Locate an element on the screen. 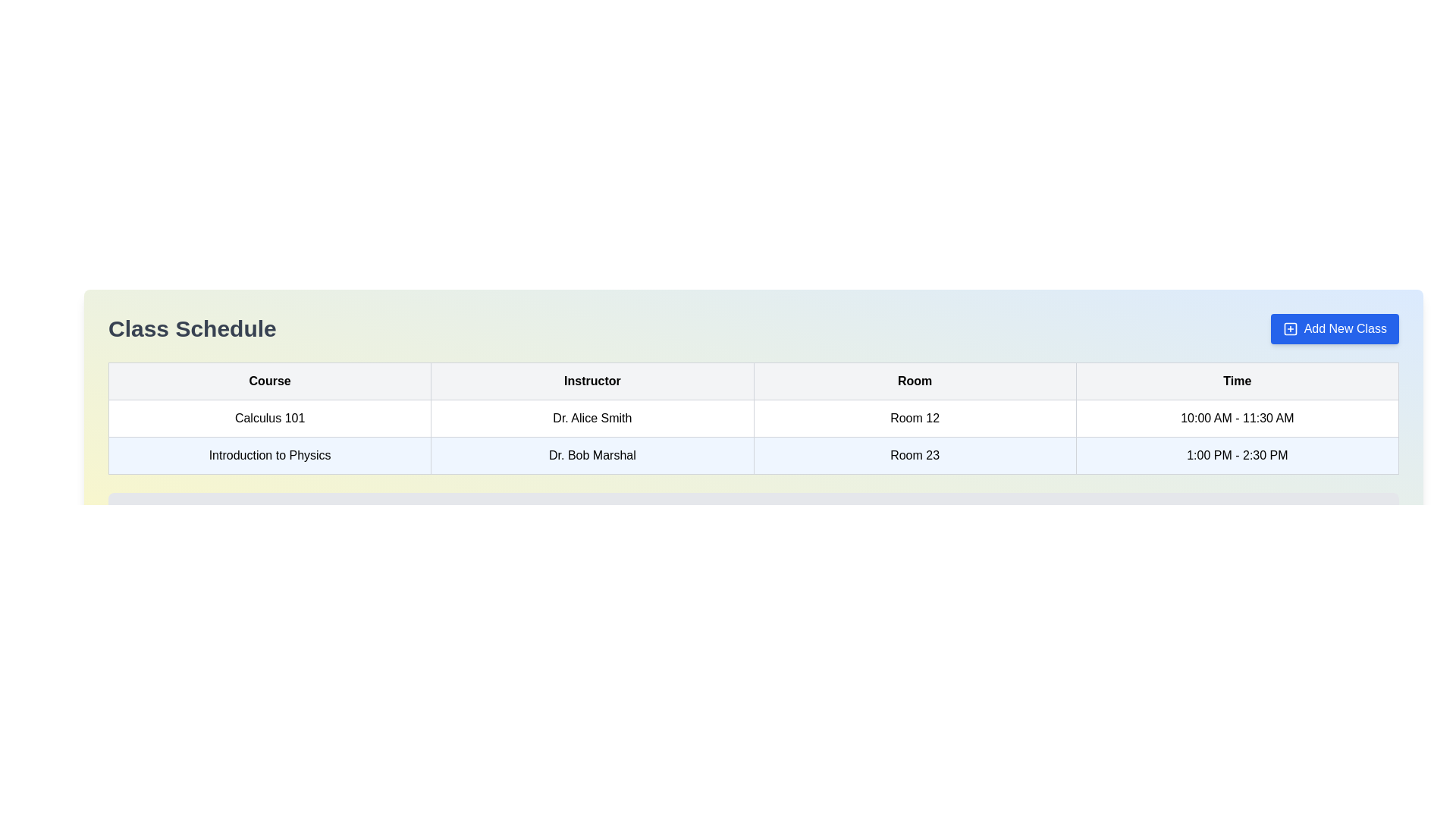  the table cell displaying 'Introduction to Physics' is located at coordinates (270, 455).